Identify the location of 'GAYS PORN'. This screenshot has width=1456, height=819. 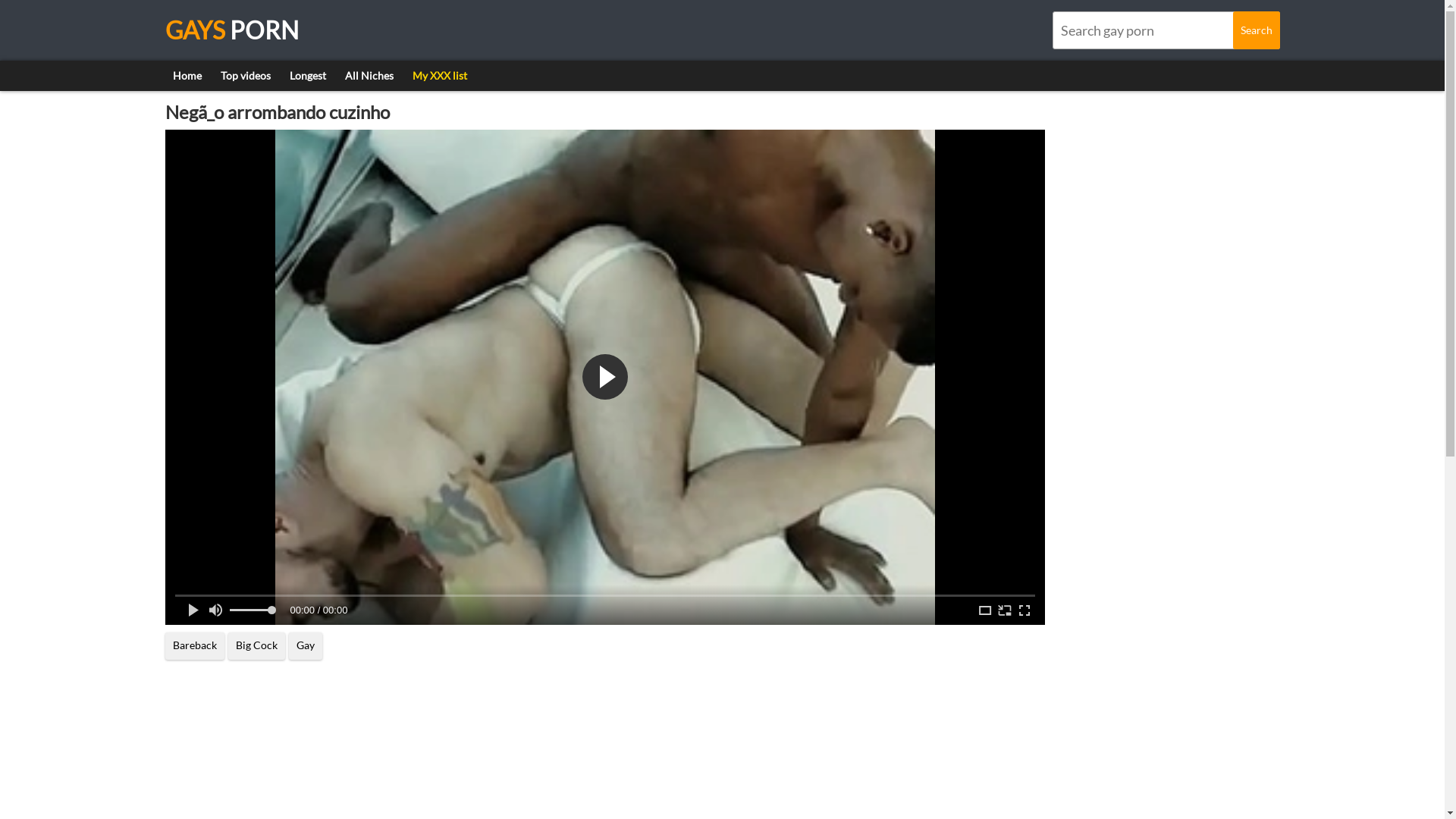
(231, 30).